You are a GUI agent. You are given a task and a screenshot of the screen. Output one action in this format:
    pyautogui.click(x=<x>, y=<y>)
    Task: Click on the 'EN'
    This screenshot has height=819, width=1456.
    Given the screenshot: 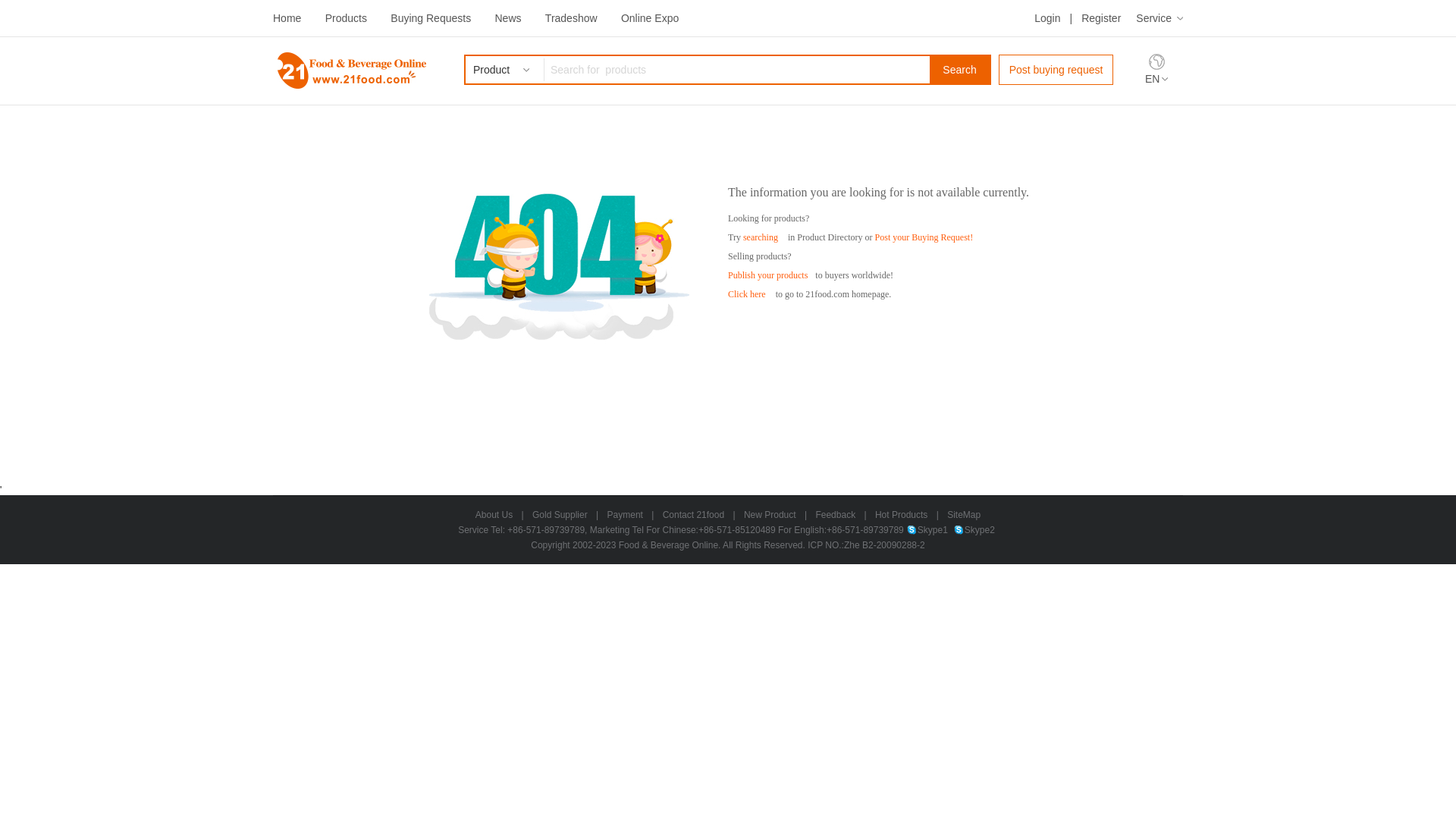 What is the action you would take?
    pyautogui.click(x=1156, y=79)
    